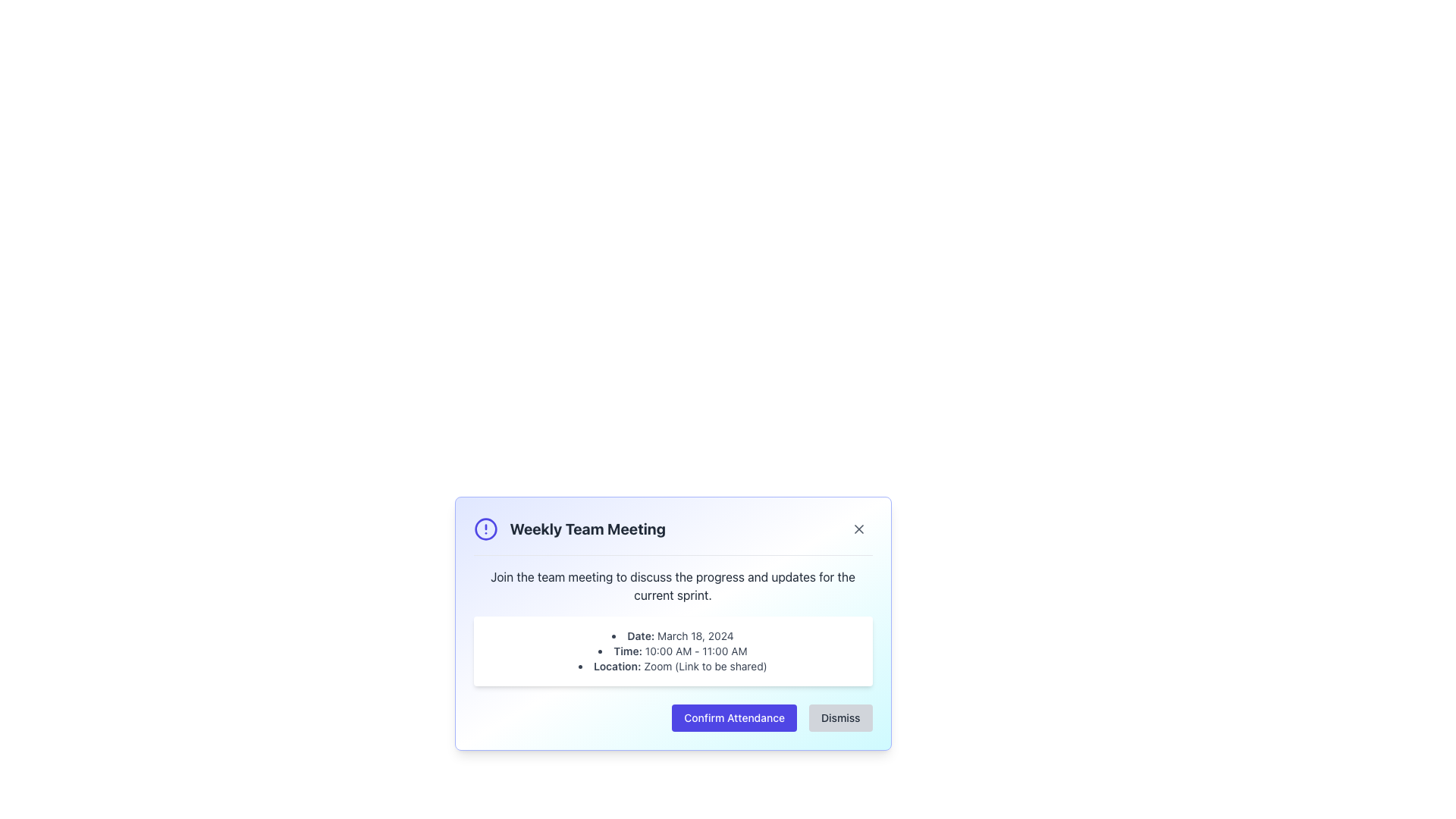  Describe the element at coordinates (672, 651) in the screenshot. I see `the text block that provides details of the event, including date, time, and location, located in the modal dialog box below the heading 'Weekly Team Meeting'` at that location.